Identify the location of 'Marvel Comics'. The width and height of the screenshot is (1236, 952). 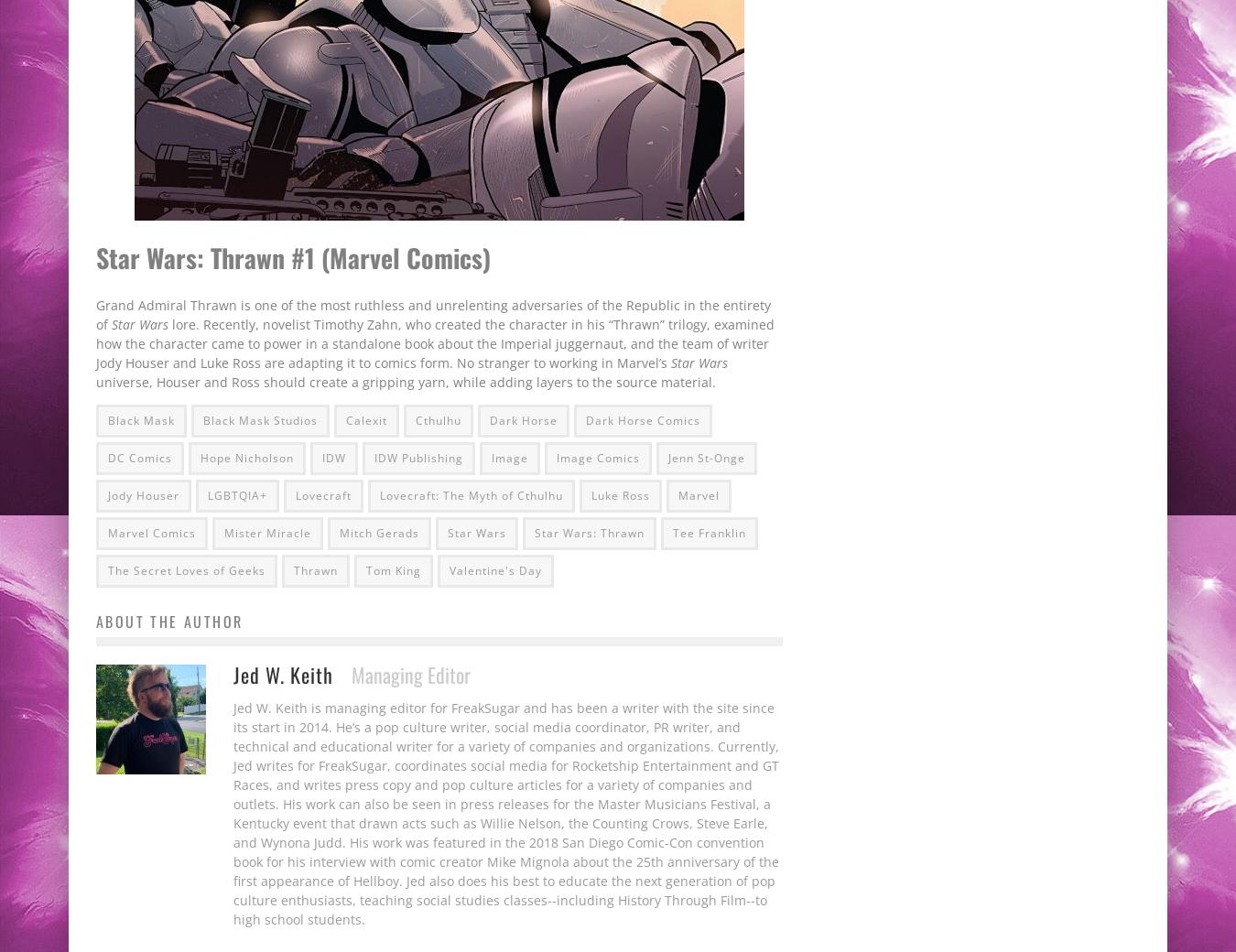
(152, 531).